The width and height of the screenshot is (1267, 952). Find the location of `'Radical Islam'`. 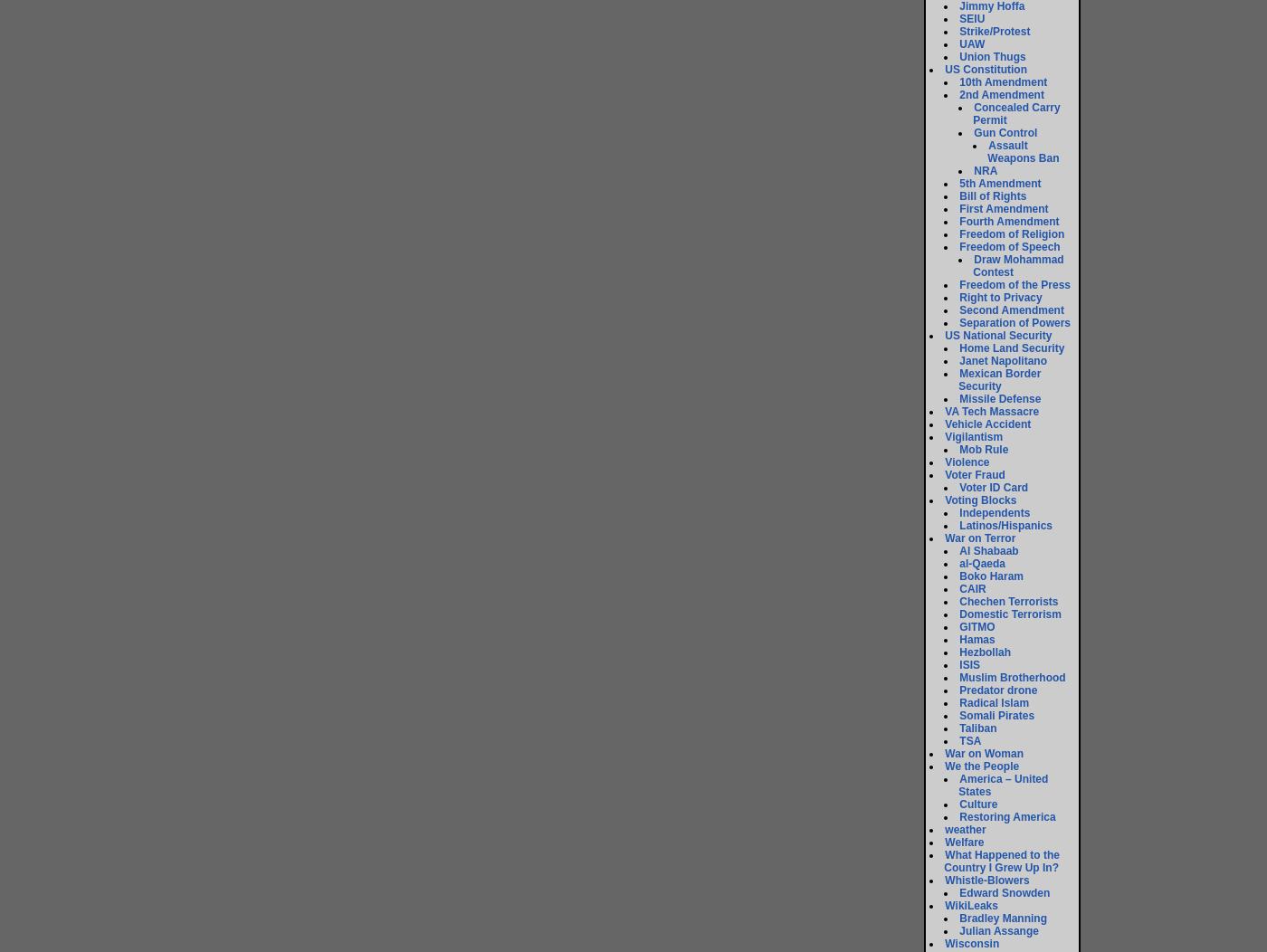

'Radical Islam' is located at coordinates (958, 702).